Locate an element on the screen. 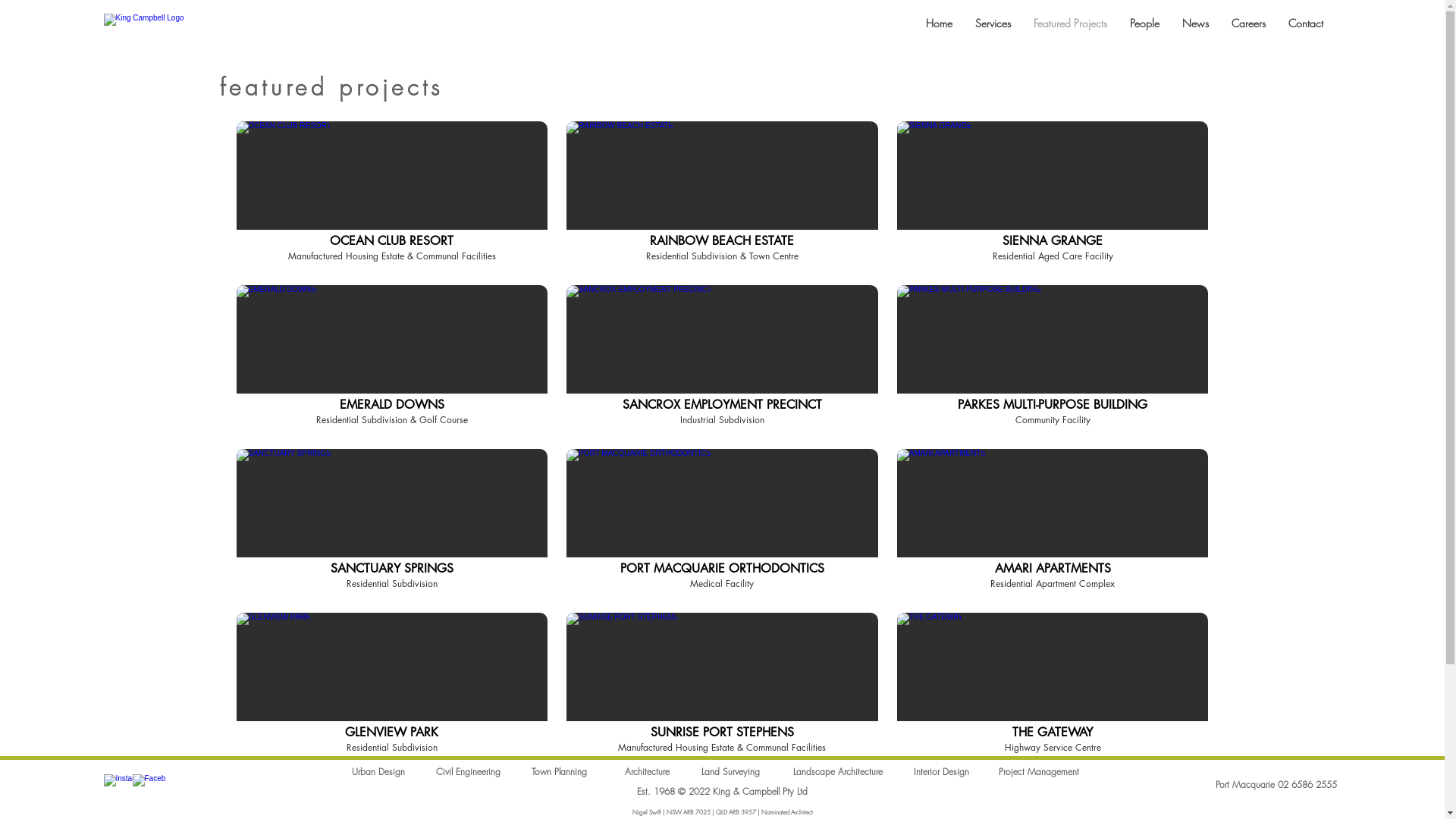 The height and width of the screenshot is (819, 1456). 'Town Planning' is located at coordinates (531, 771).